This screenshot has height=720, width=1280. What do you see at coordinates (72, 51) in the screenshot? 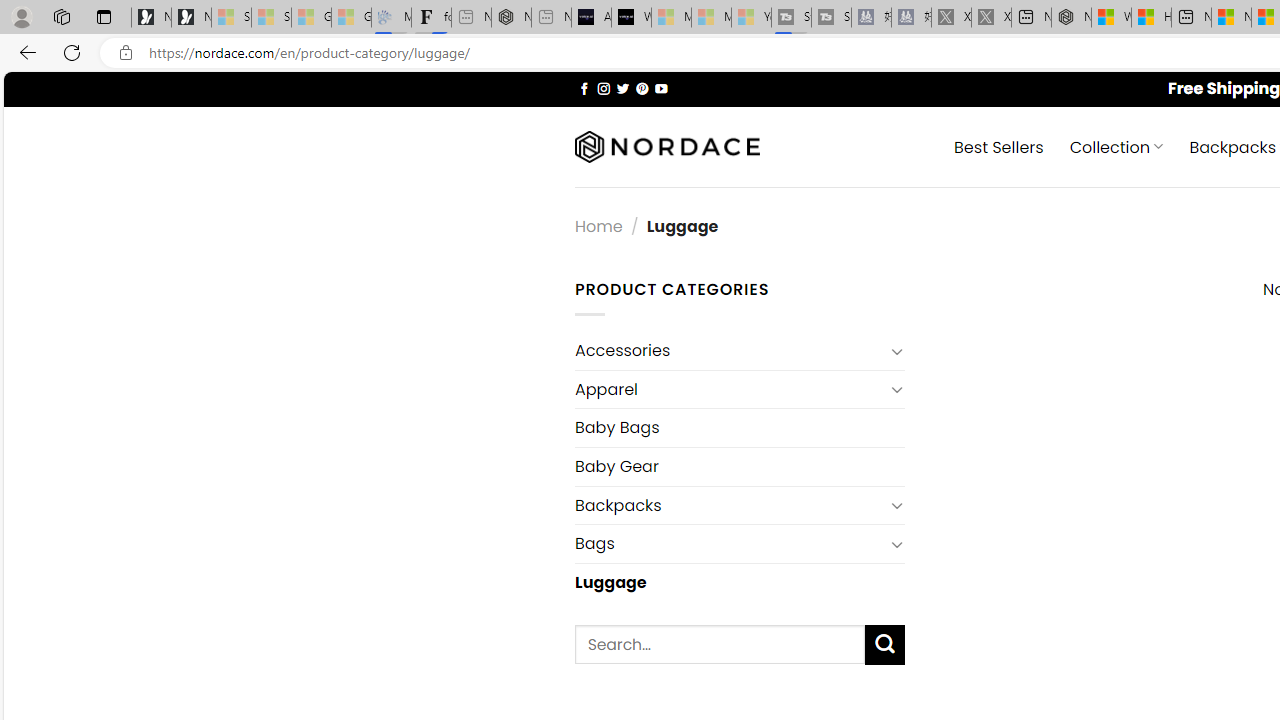
I see `'Refresh'` at bounding box center [72, 51].